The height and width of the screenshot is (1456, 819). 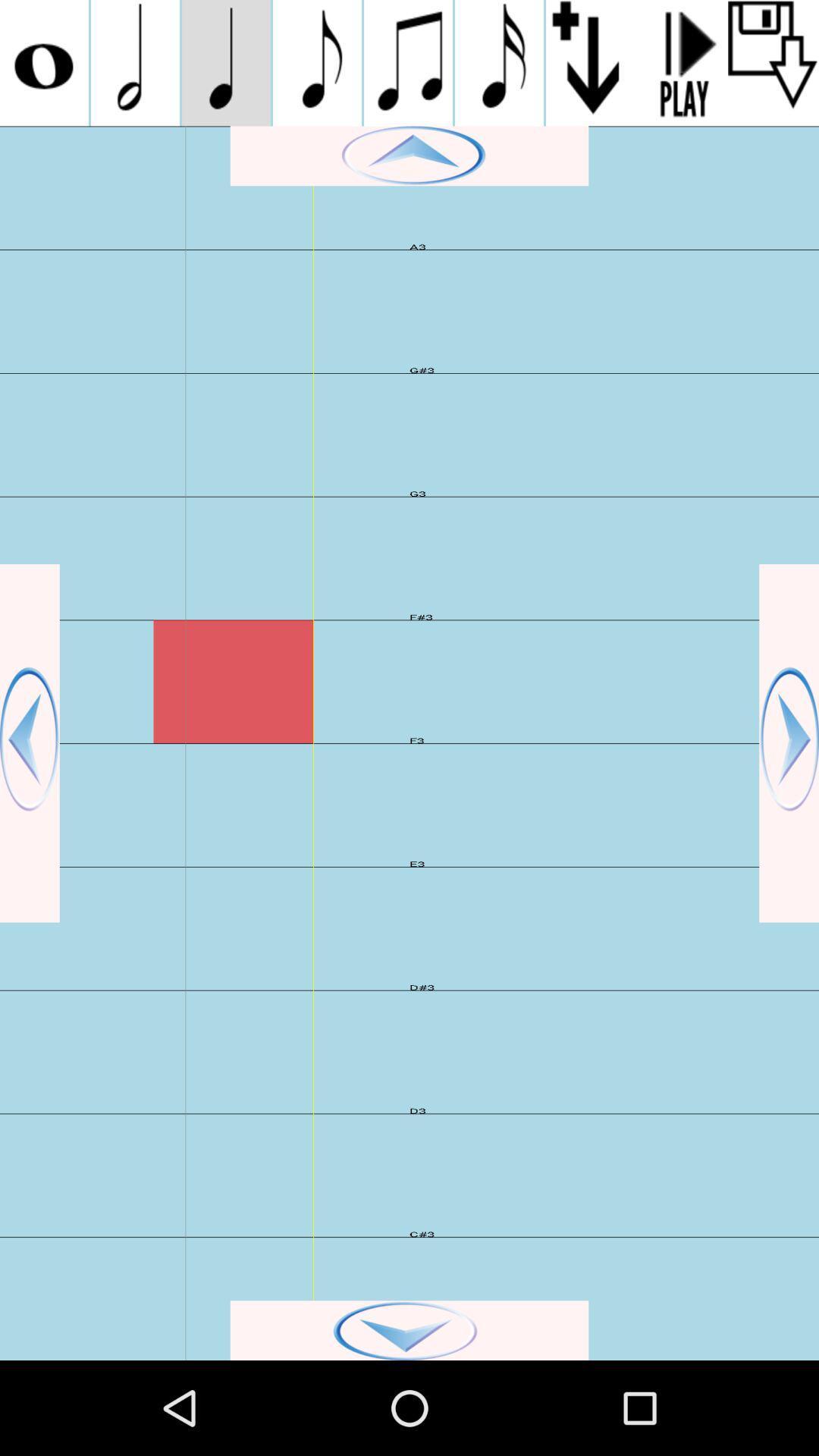 I want to click on play, so click(x=681, y=62).